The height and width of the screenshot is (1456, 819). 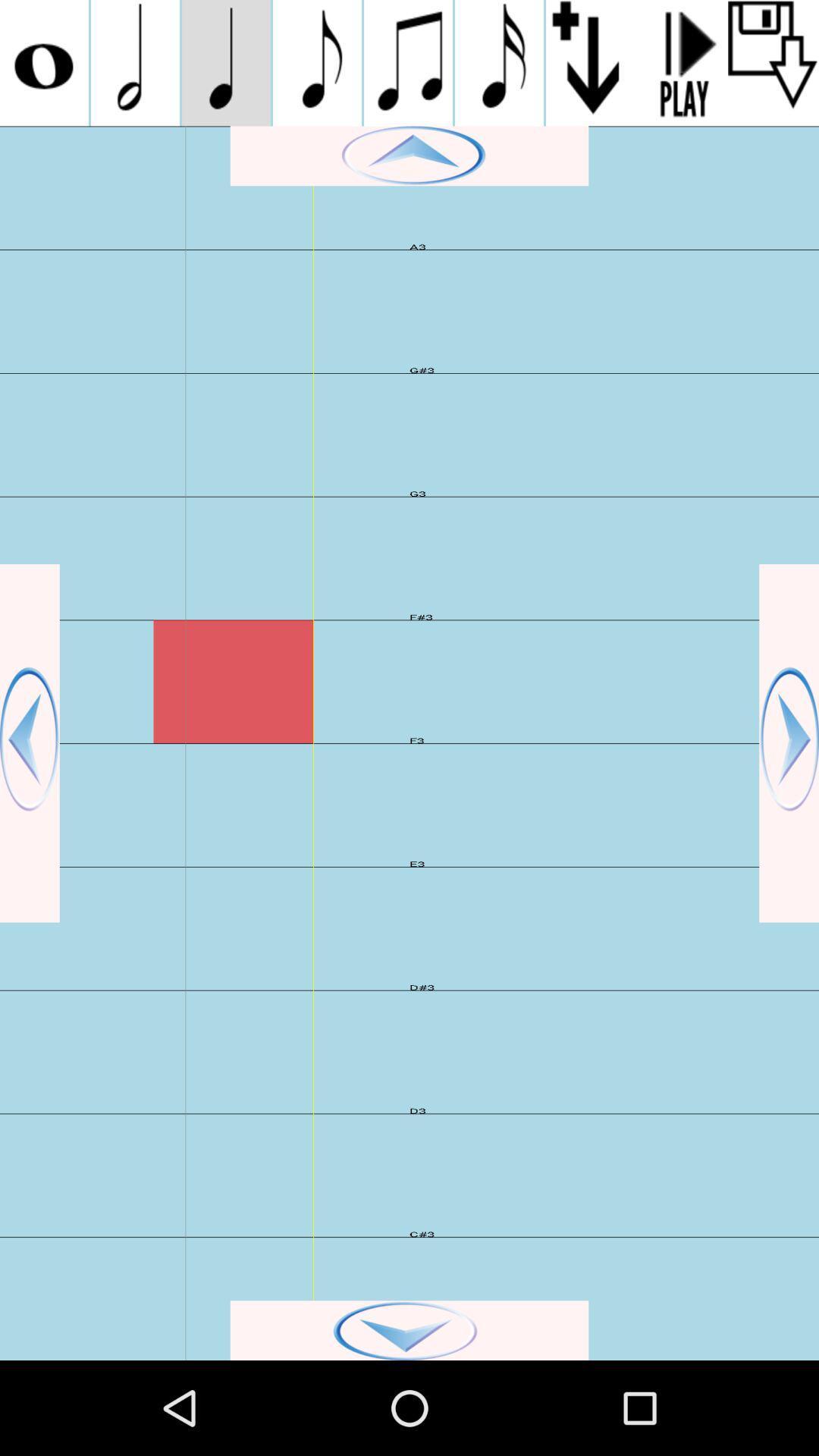 I want to click on play, so click(x=681, y=62).